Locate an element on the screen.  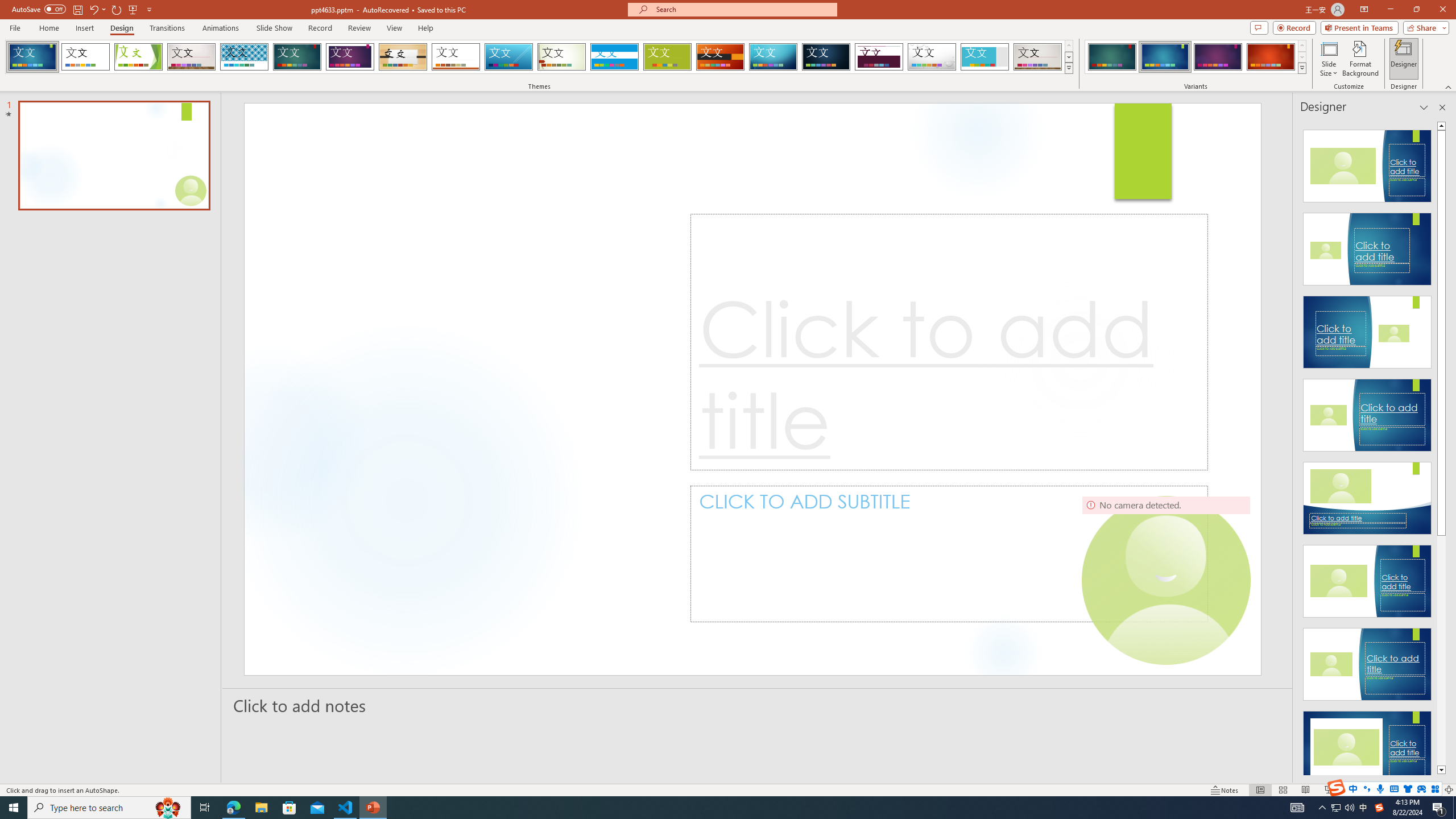
'Zoom 140%' is located at coordinates (1430, 790).